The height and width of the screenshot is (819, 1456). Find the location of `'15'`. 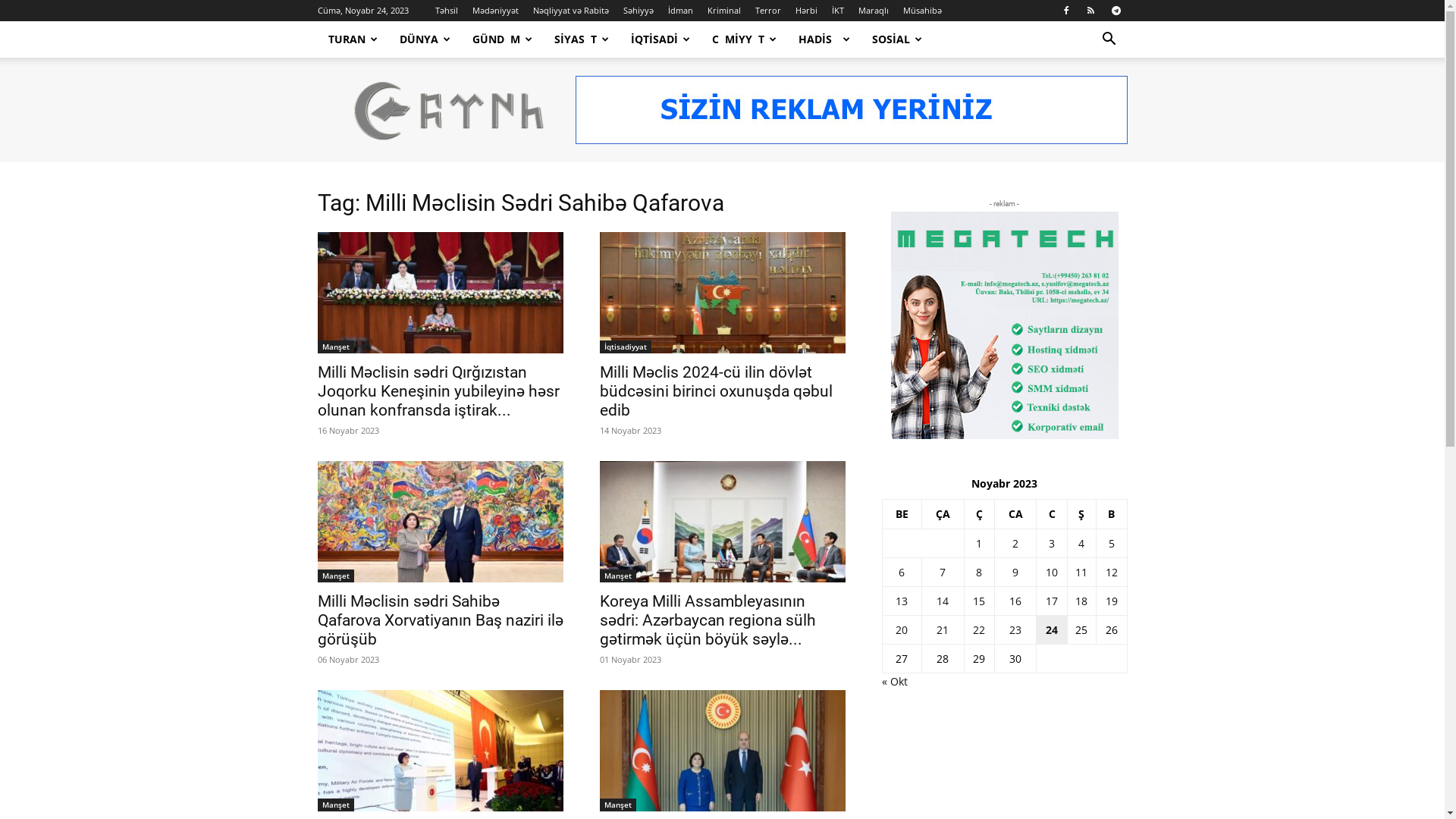

'15' is located at coordinates (979, 600).